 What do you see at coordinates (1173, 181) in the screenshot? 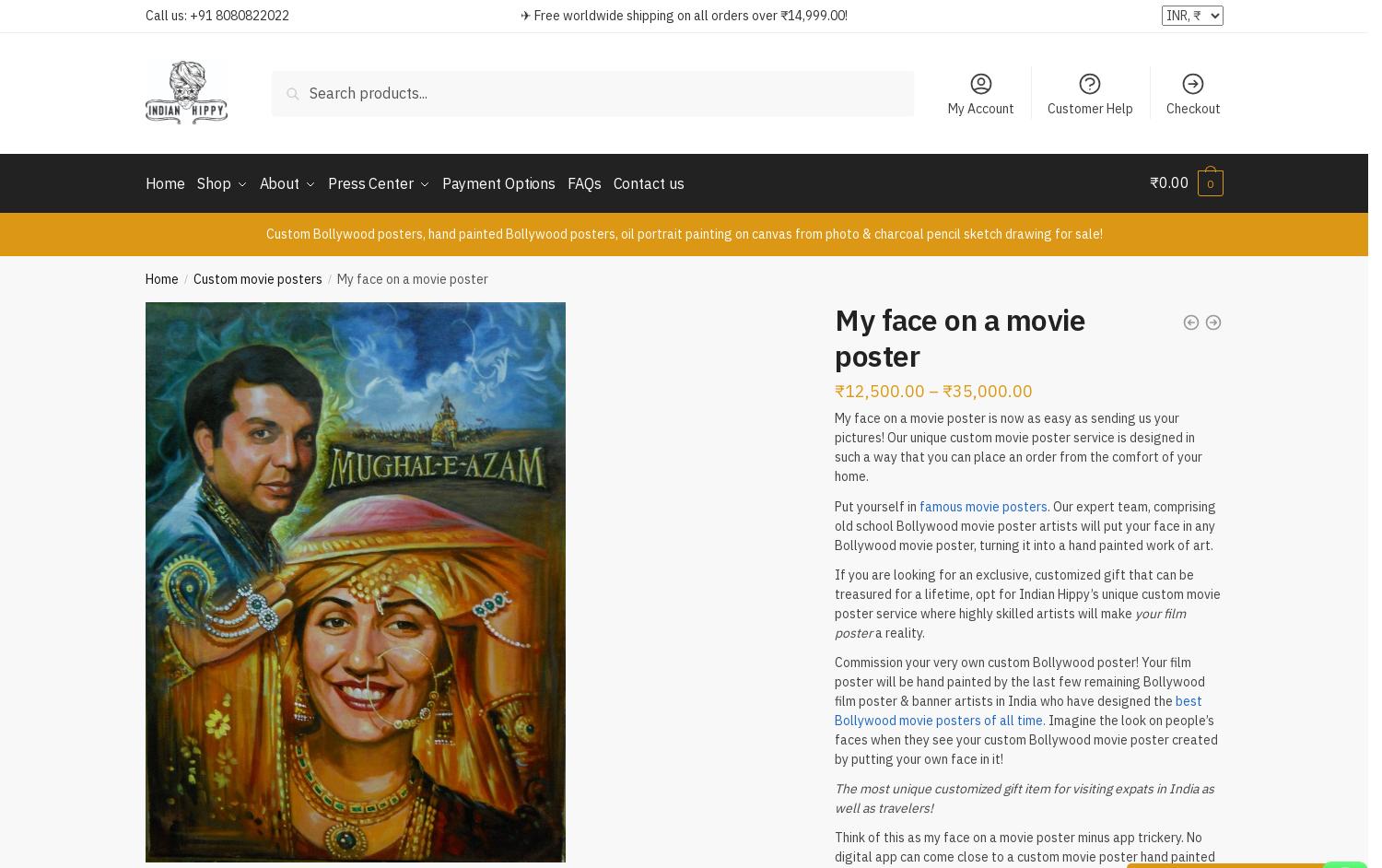
I see `'0.00'` at bounding box center [1173, 181].